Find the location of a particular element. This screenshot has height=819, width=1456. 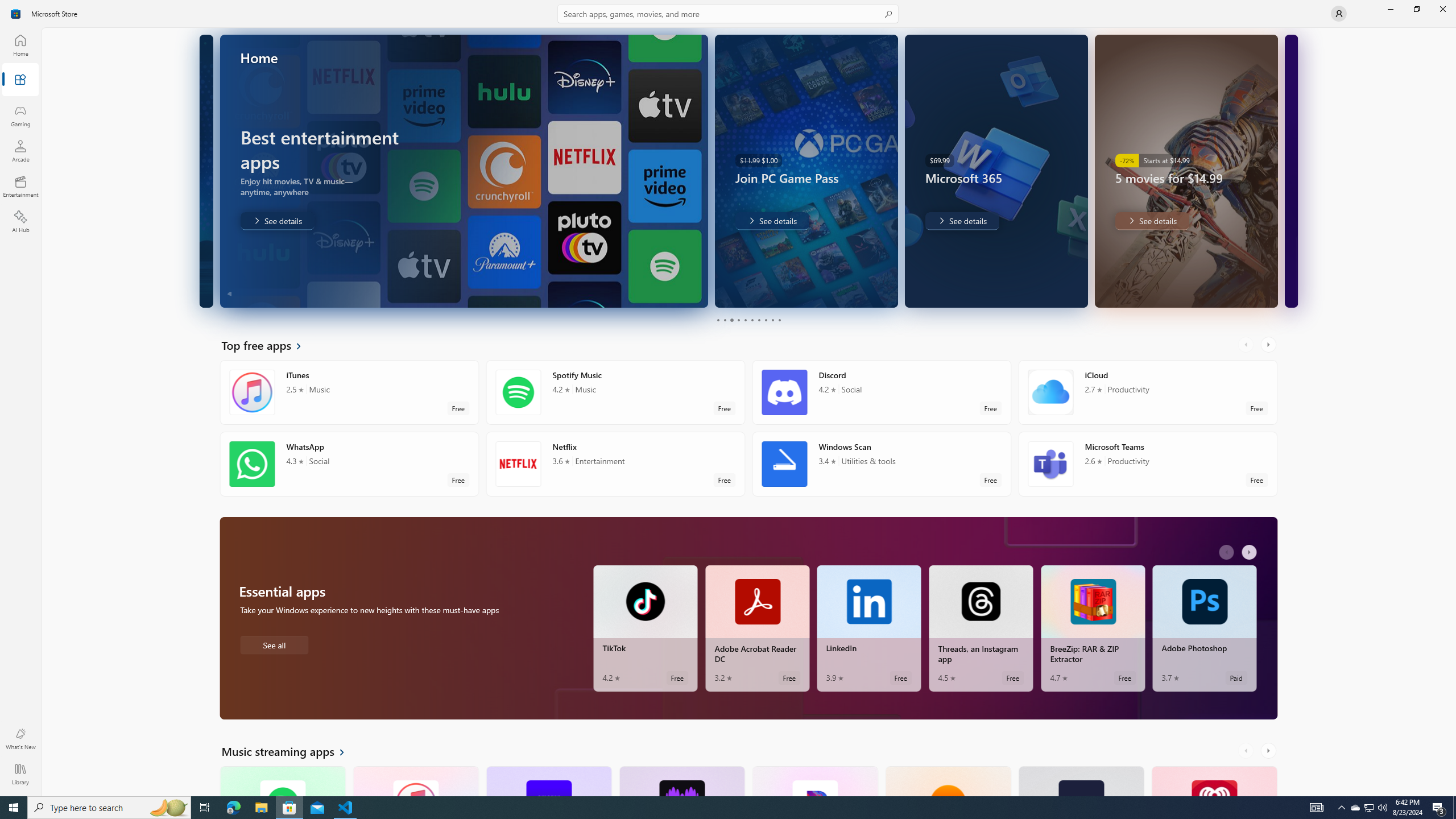

'AutomationID: RightScrollButton' is located at coordinates (1269, 751).